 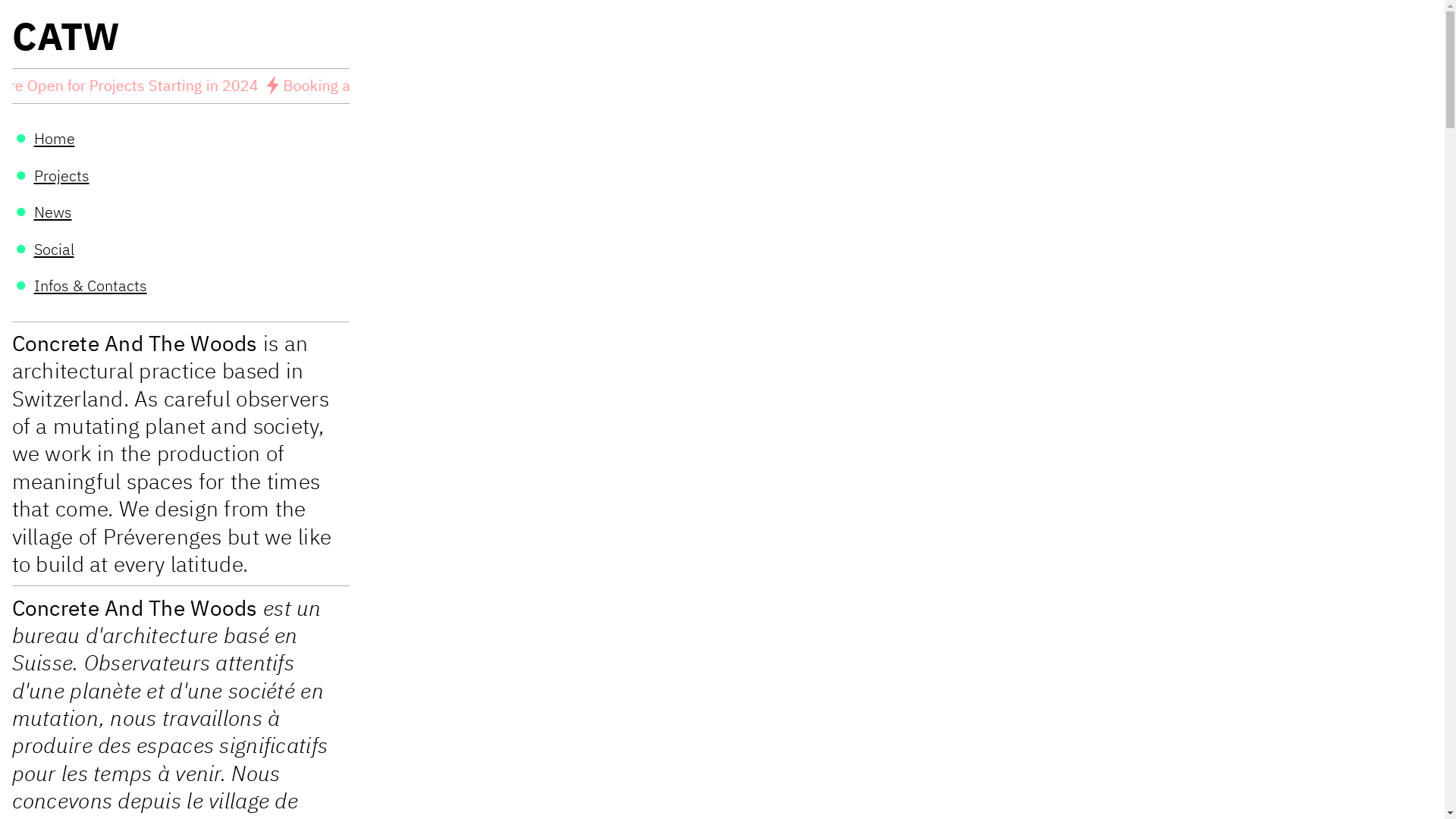 I want to click on 'News', so click(x=53, y=212).